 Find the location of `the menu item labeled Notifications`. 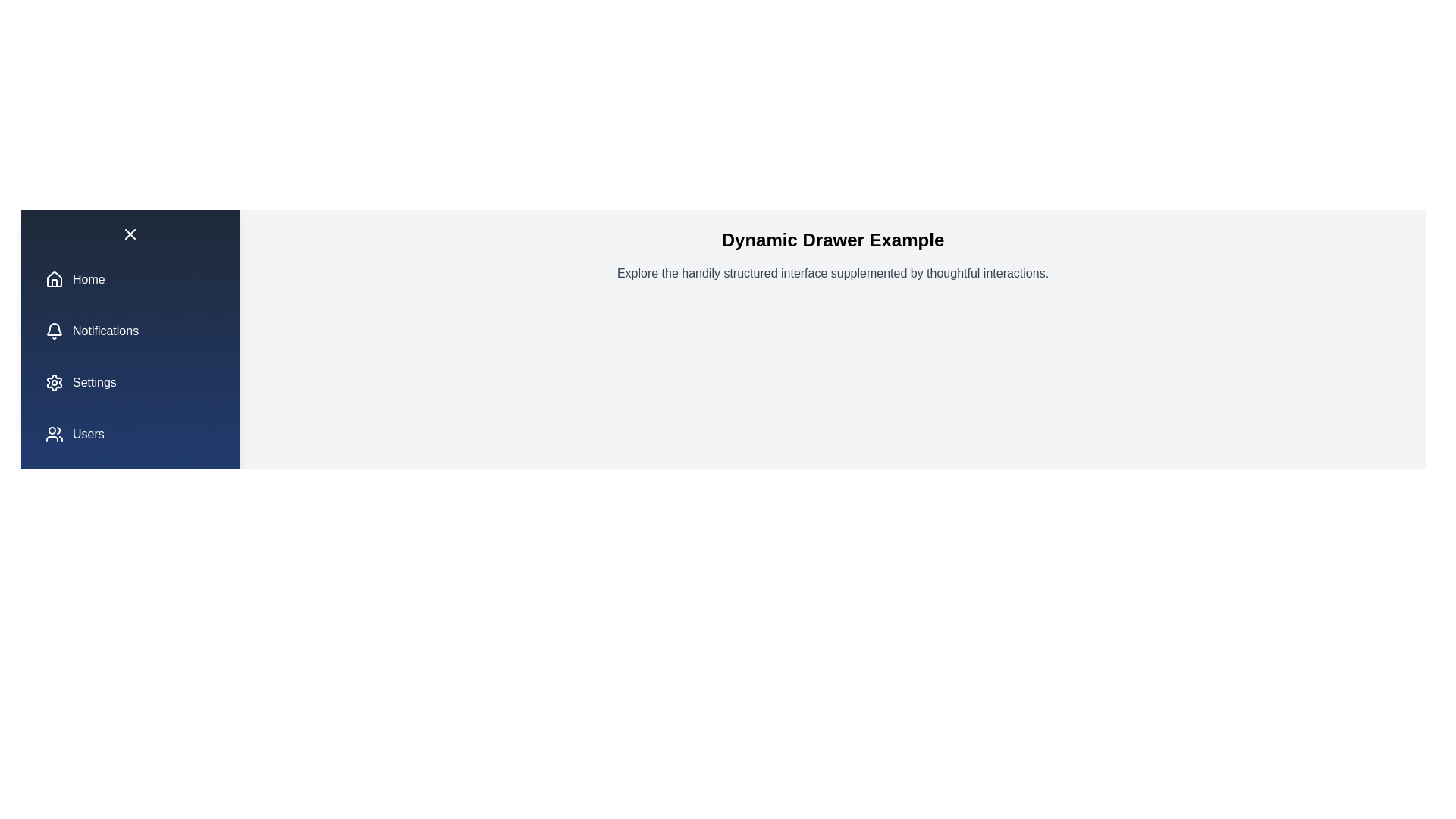

the menu item labeled Notifications is located at coordinates (130, 330).